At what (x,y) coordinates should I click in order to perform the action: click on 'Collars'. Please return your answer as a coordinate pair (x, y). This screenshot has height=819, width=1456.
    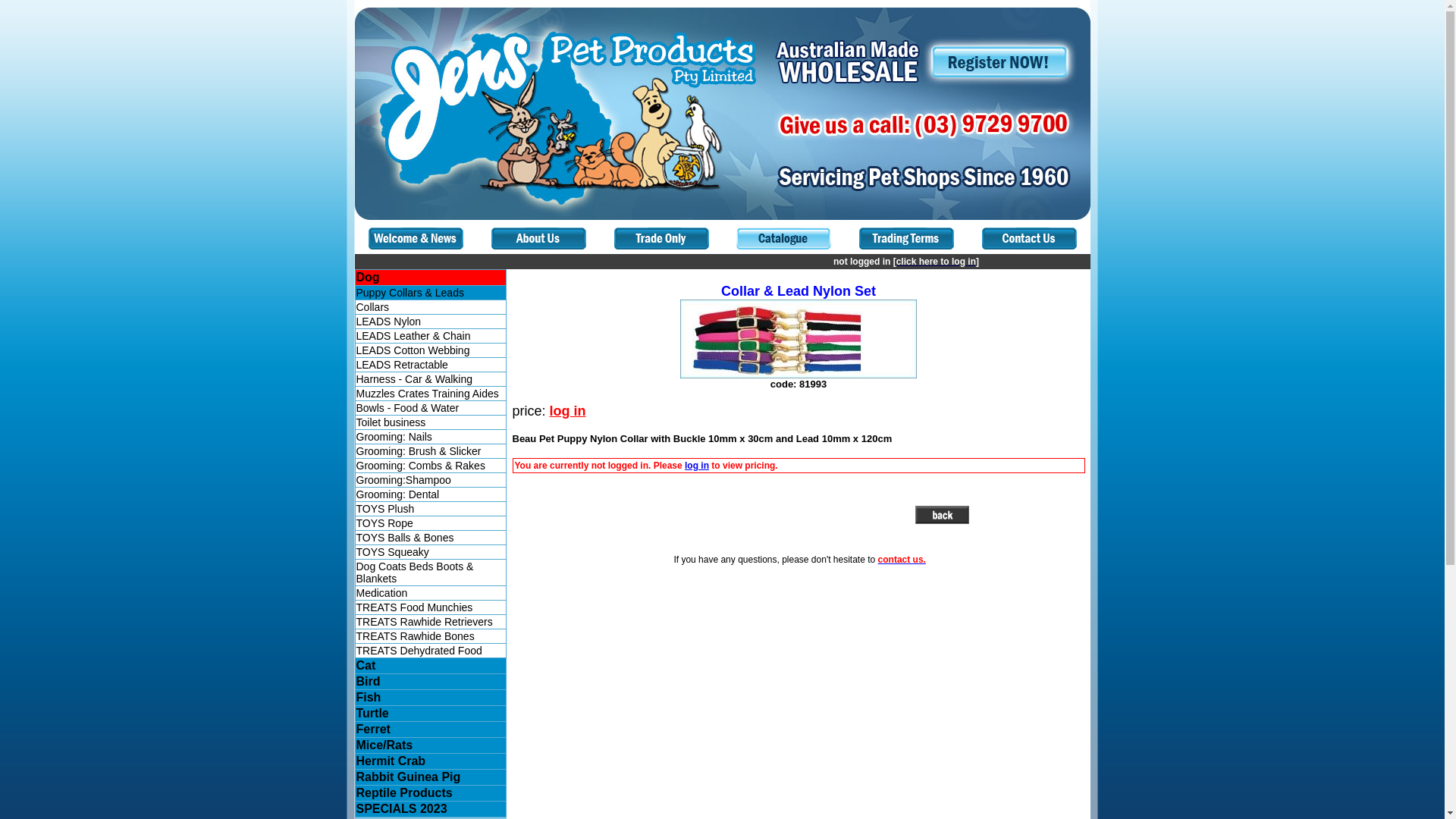
    Looking at the image, I should click on (372, 307).